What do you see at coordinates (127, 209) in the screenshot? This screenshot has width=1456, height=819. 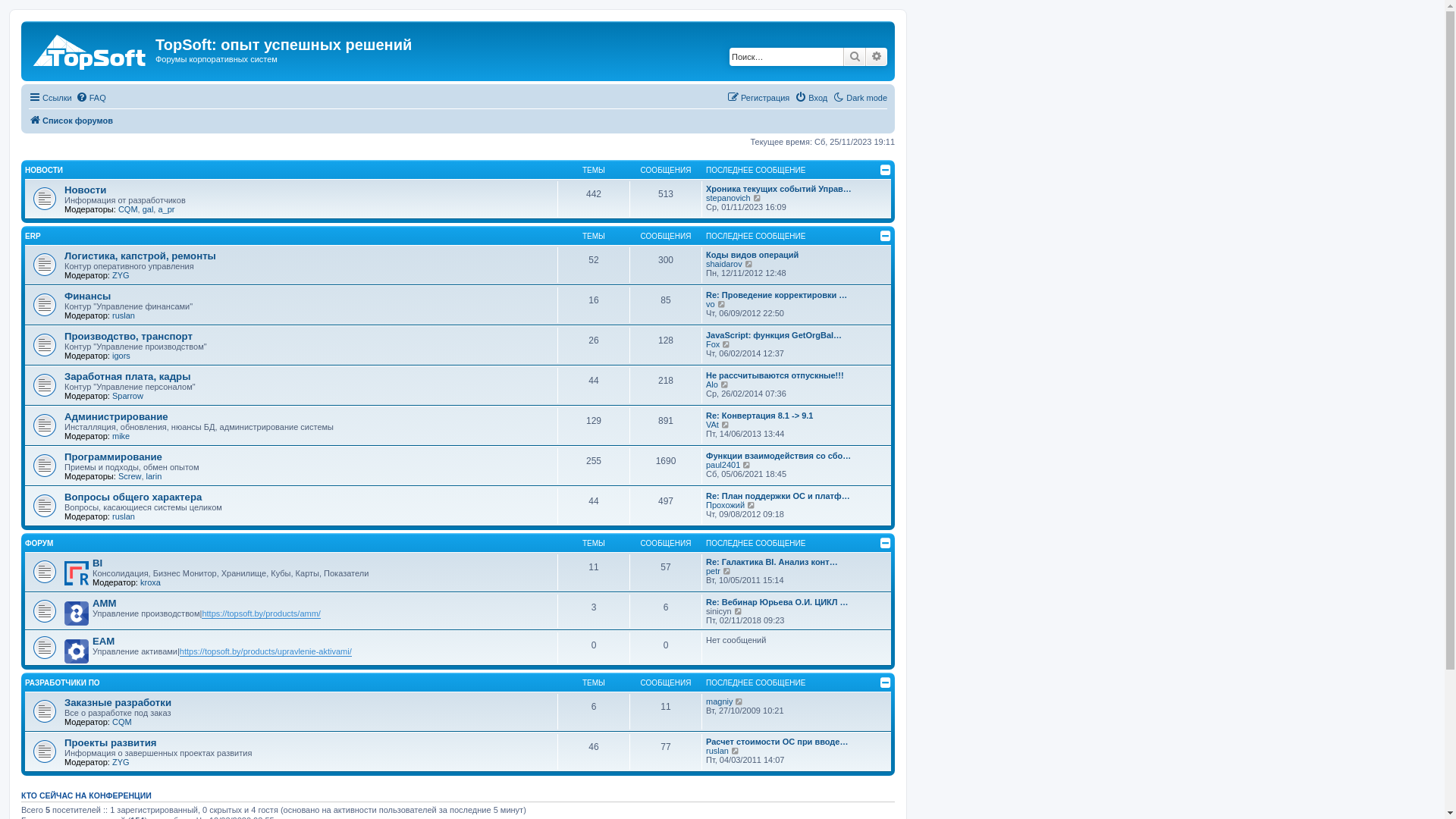 I see `'CQM'` at bounding box center [127, 209].